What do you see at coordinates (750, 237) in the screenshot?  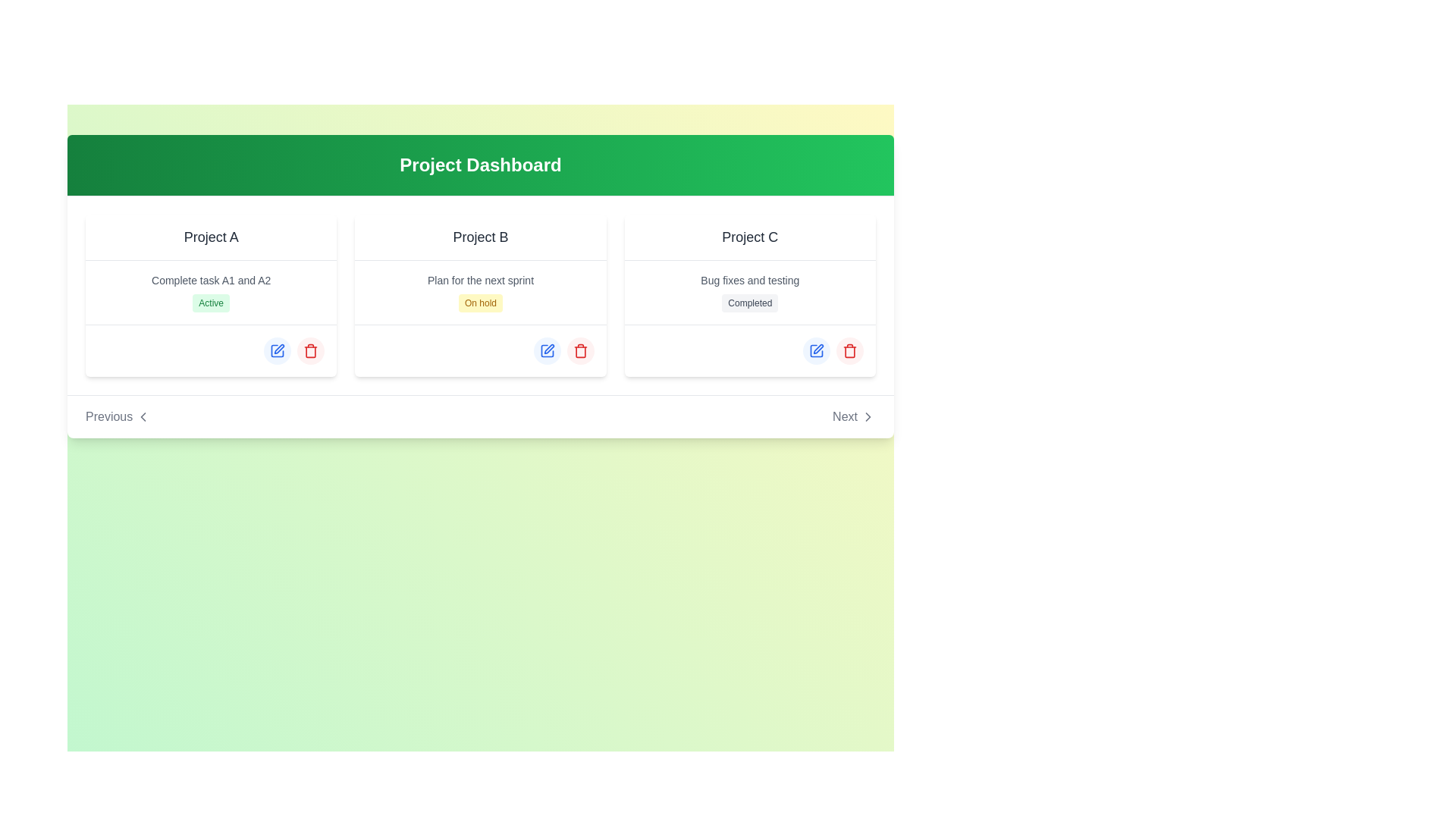 I see `the prominently styled text label displaying 'Project C' which is located in the top-center of the rightmost card of three horizontal cards` at bounding box center [750, 237].